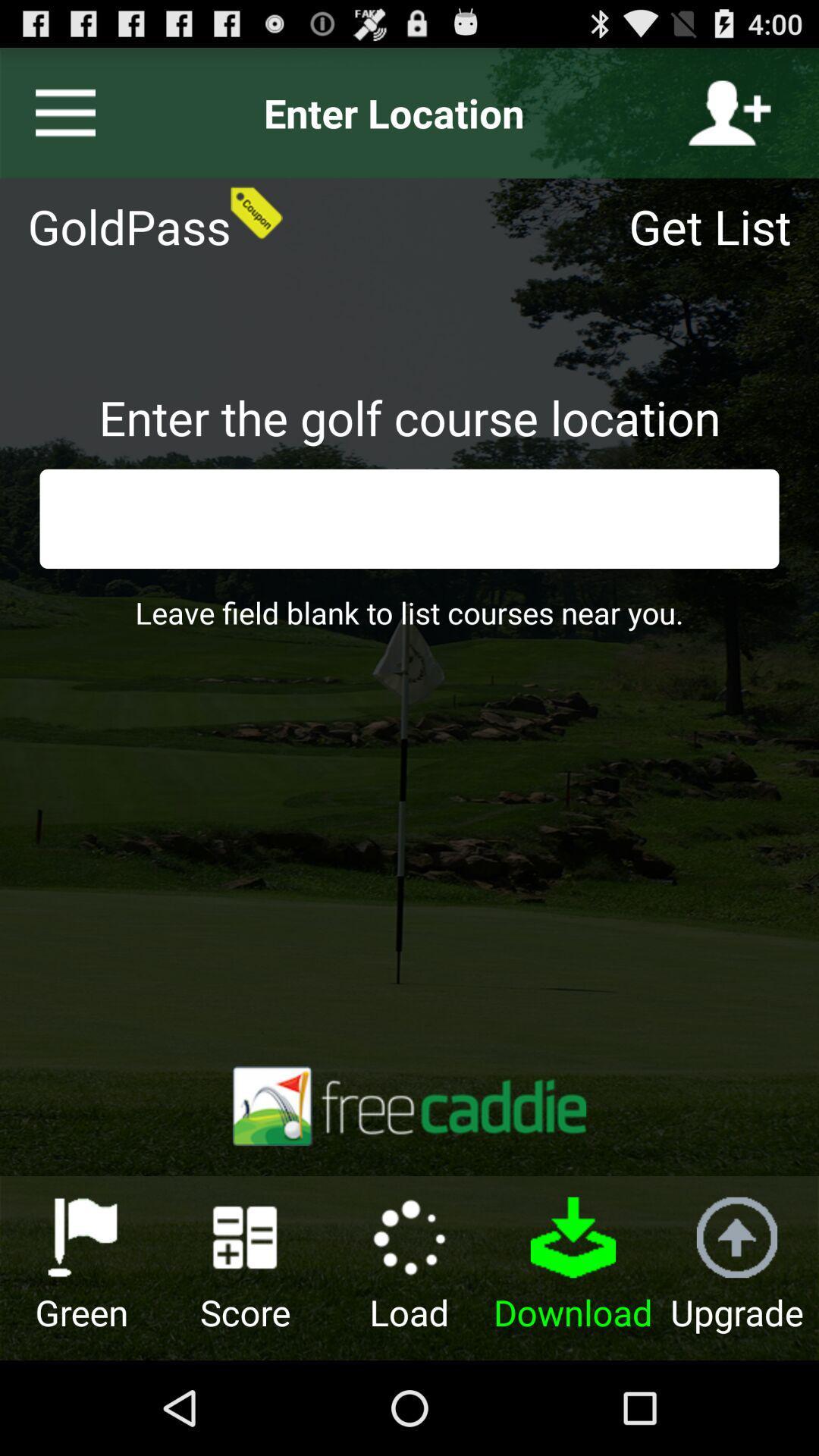  What do you see at coordinates (729, 112) in the screenshot?
I see `icon next to the enter location` at bounding box center [729, 112].